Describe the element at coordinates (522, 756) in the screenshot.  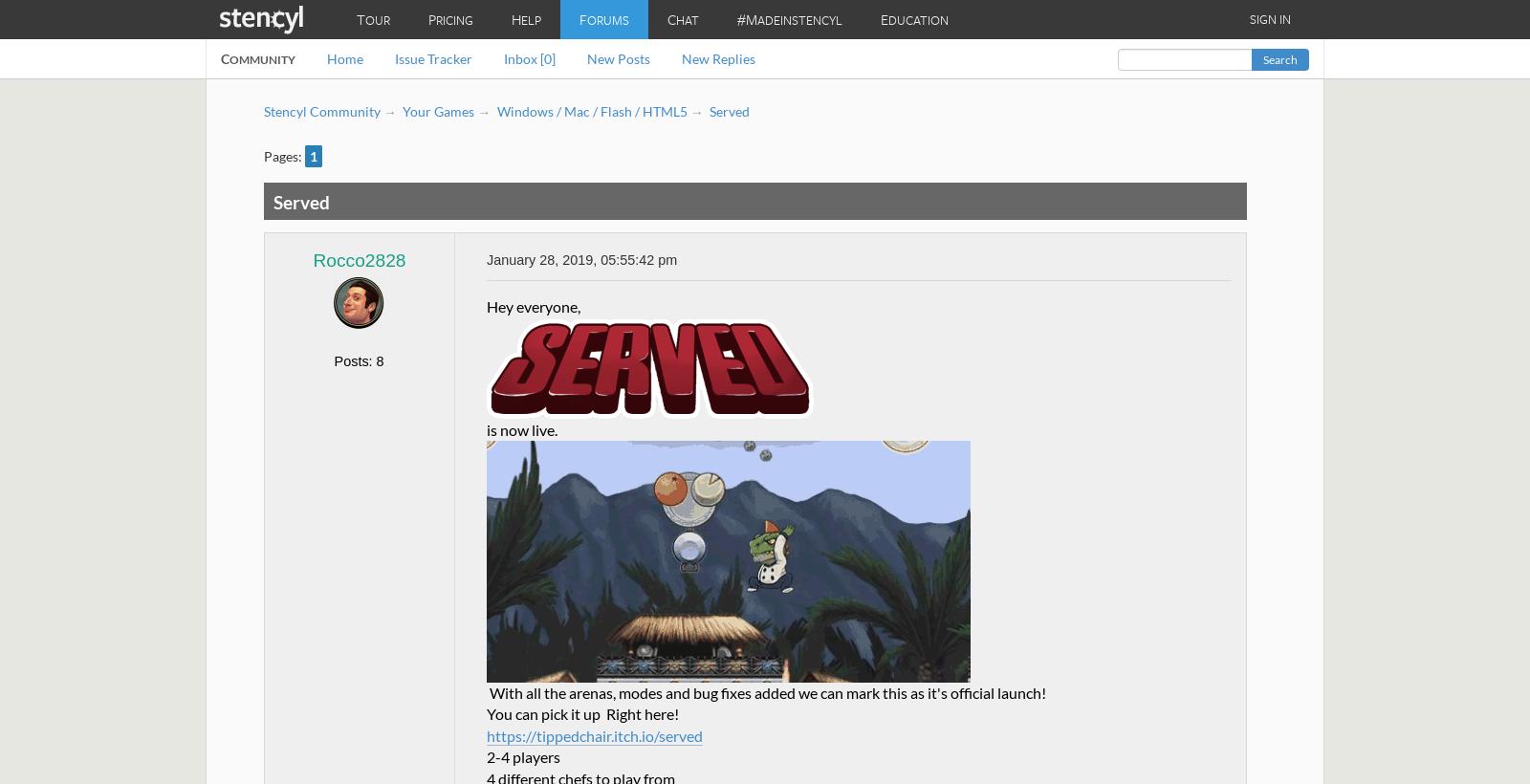
I see `'2-4 players'` at that location.